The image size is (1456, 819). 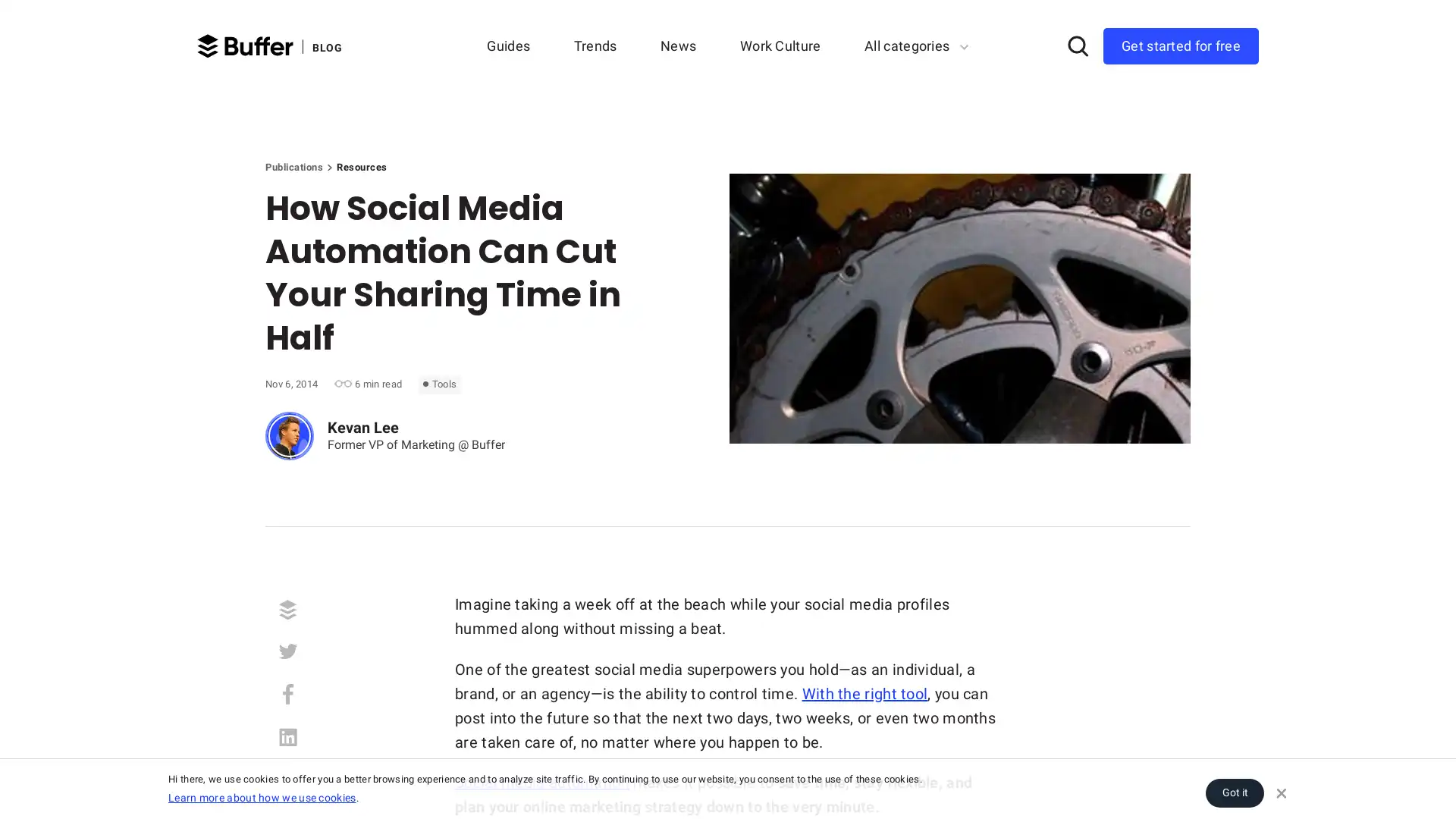 I want to click on Guides, so click(x=508, y=45).